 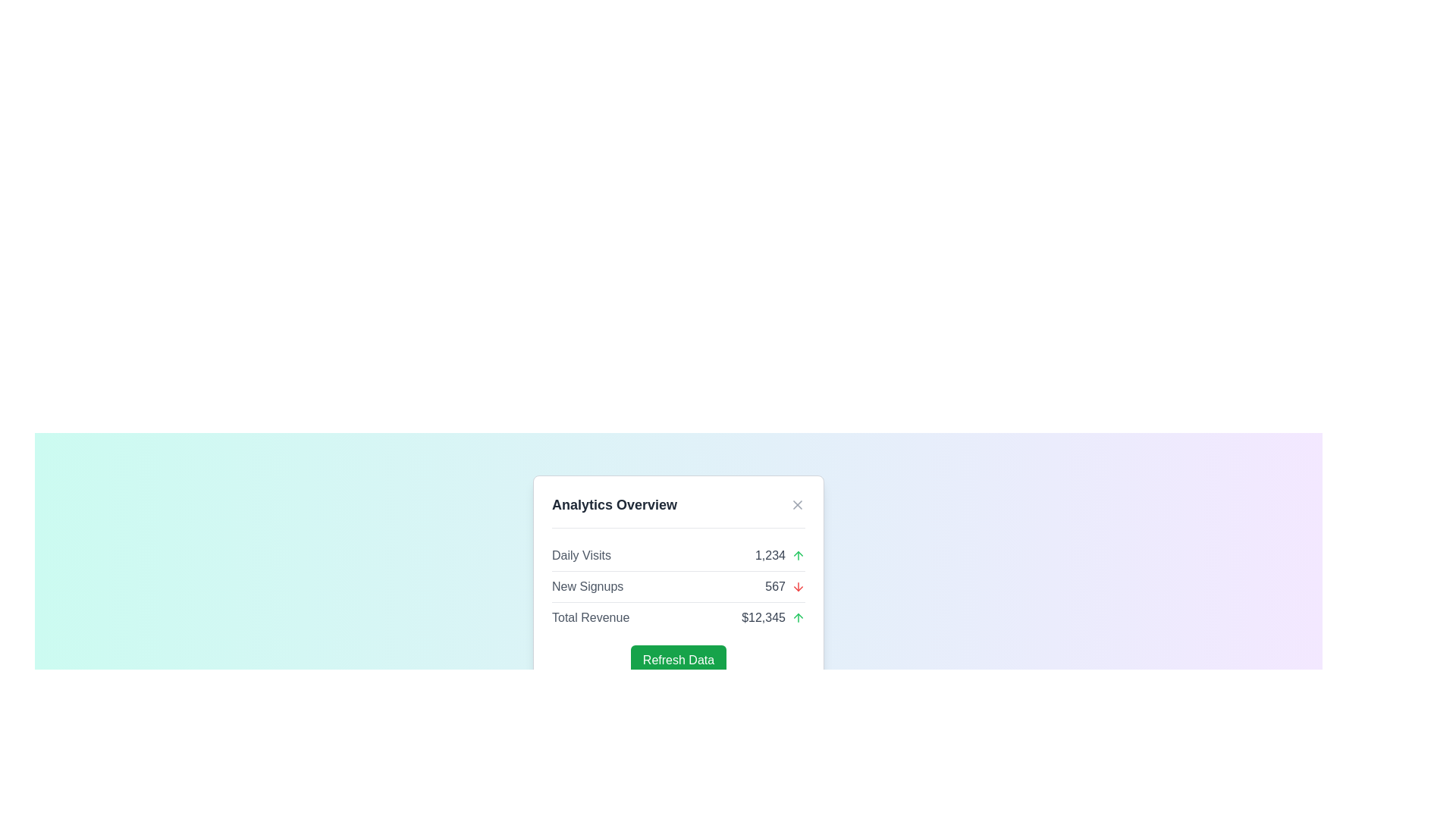 What do you see at coordinates (614, 505) in the screenshot?
I see `the 'Analytics Overview' text label at the top left of the popup card interface` at bounding box center [614, 505].